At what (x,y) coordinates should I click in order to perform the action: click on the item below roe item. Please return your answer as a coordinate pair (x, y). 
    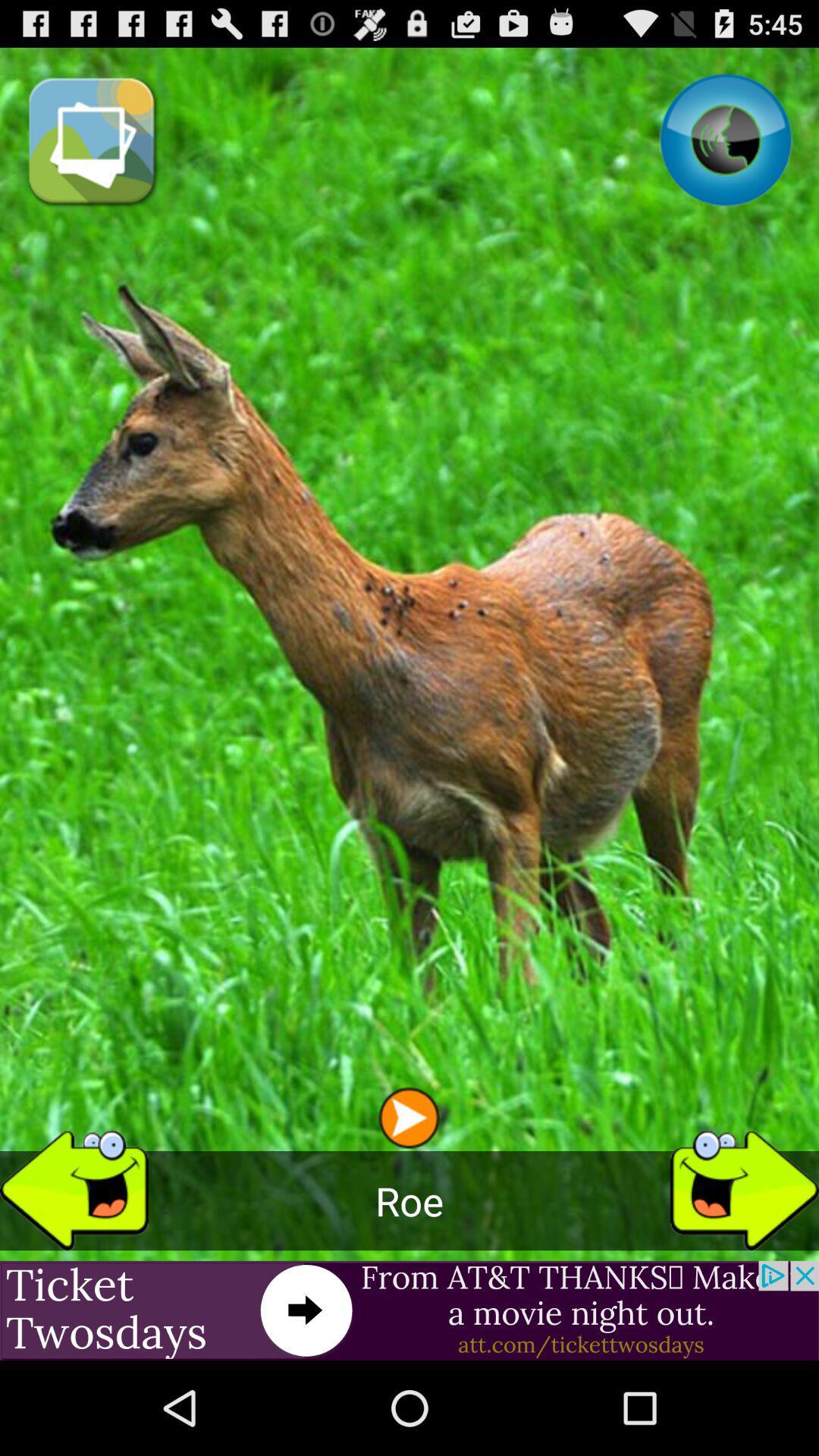
    Looking at the image, I should click on (409, 1310).